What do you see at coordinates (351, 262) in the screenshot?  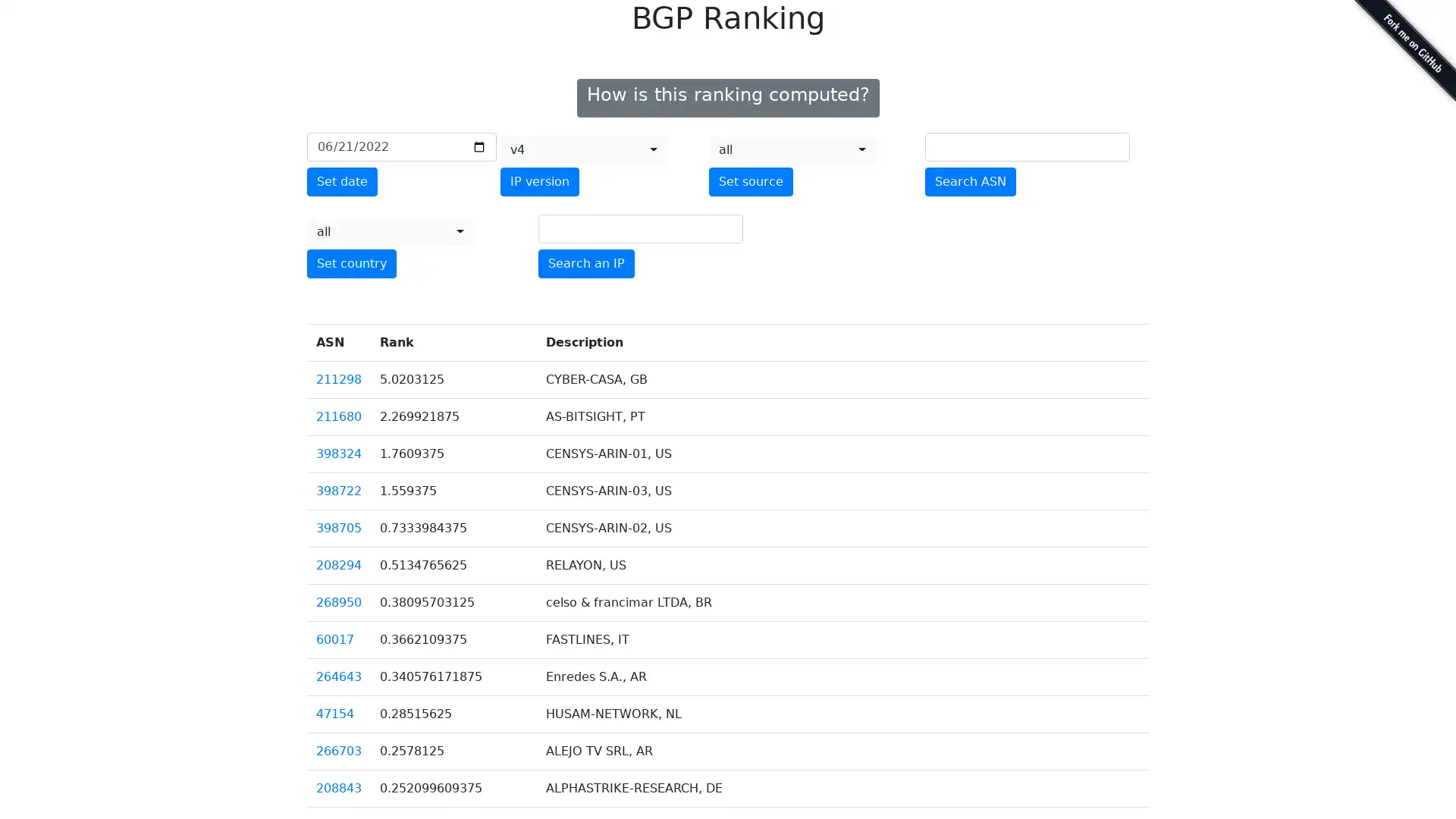 I see `Set country` at bounding box center [351, 262].